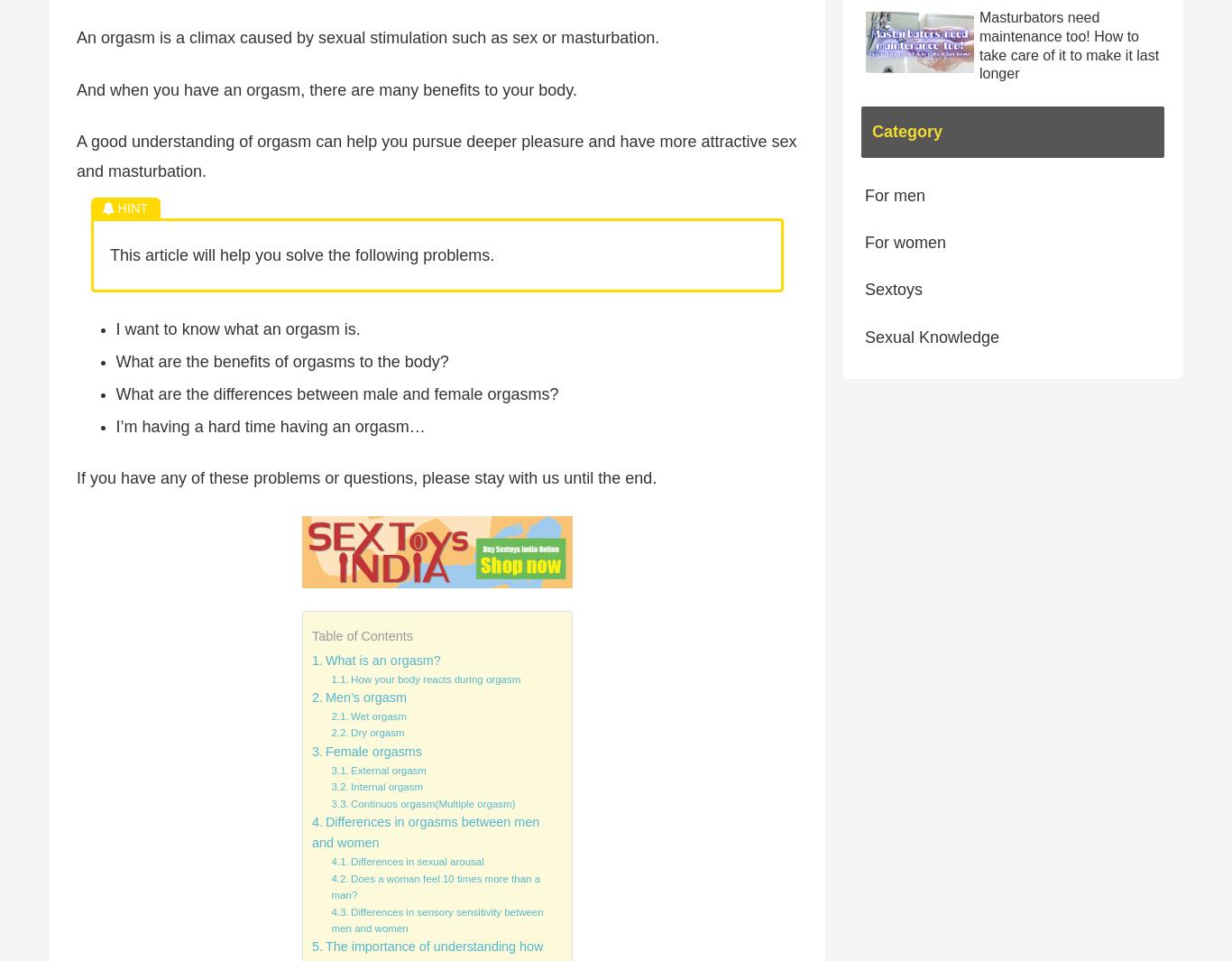 The height and width of the screenshot is (961, 1232). I want to click on 'Wet orgasm', so click(377, 716).